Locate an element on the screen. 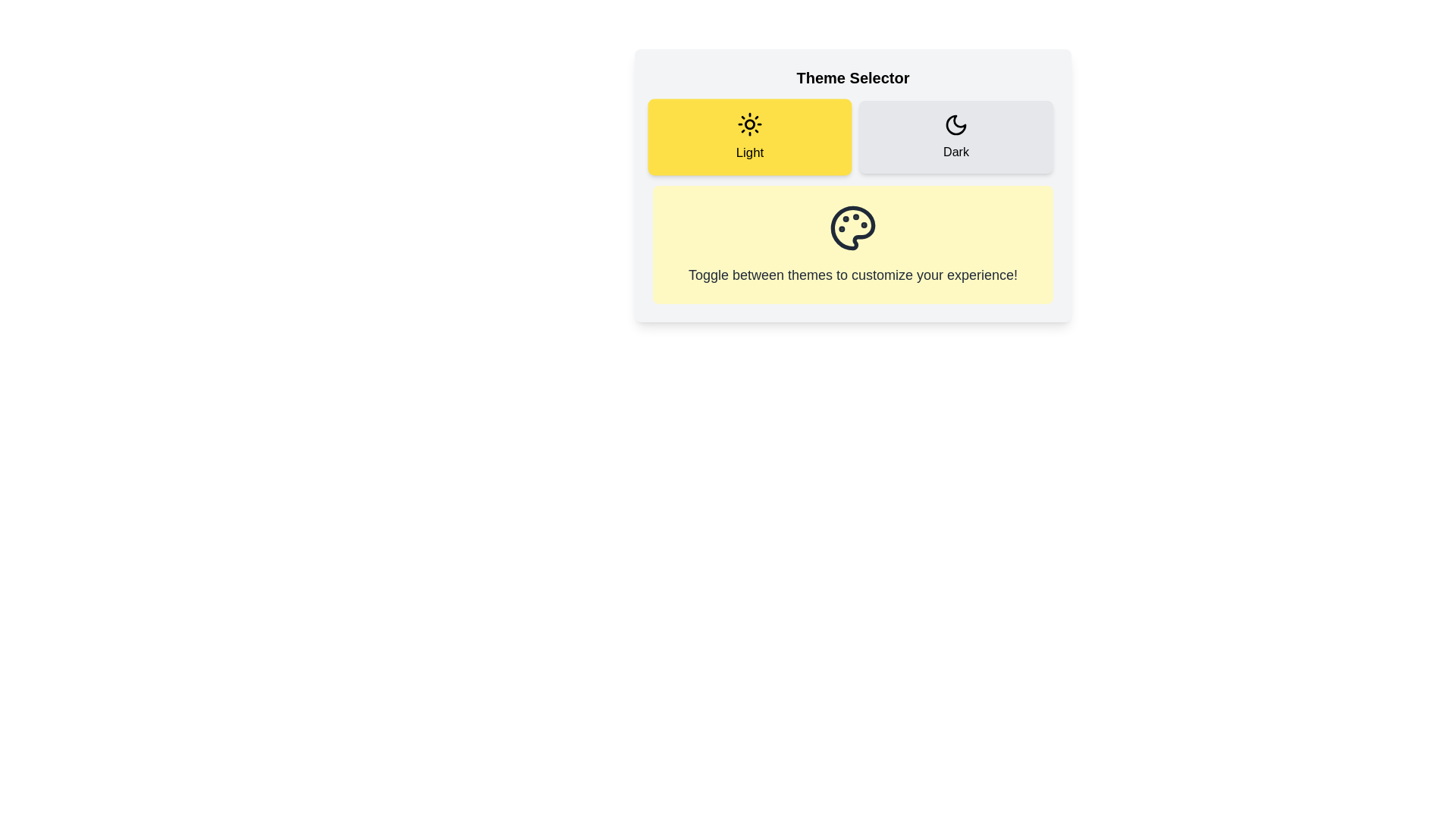 Image resolution: width=1456 pixels, height=819 pixels. the Informational Text that reads 'Toggle between themes to customize your experience!' which is located below the painter's palette icon in a light yellow background is located at coordinates (852, 275).